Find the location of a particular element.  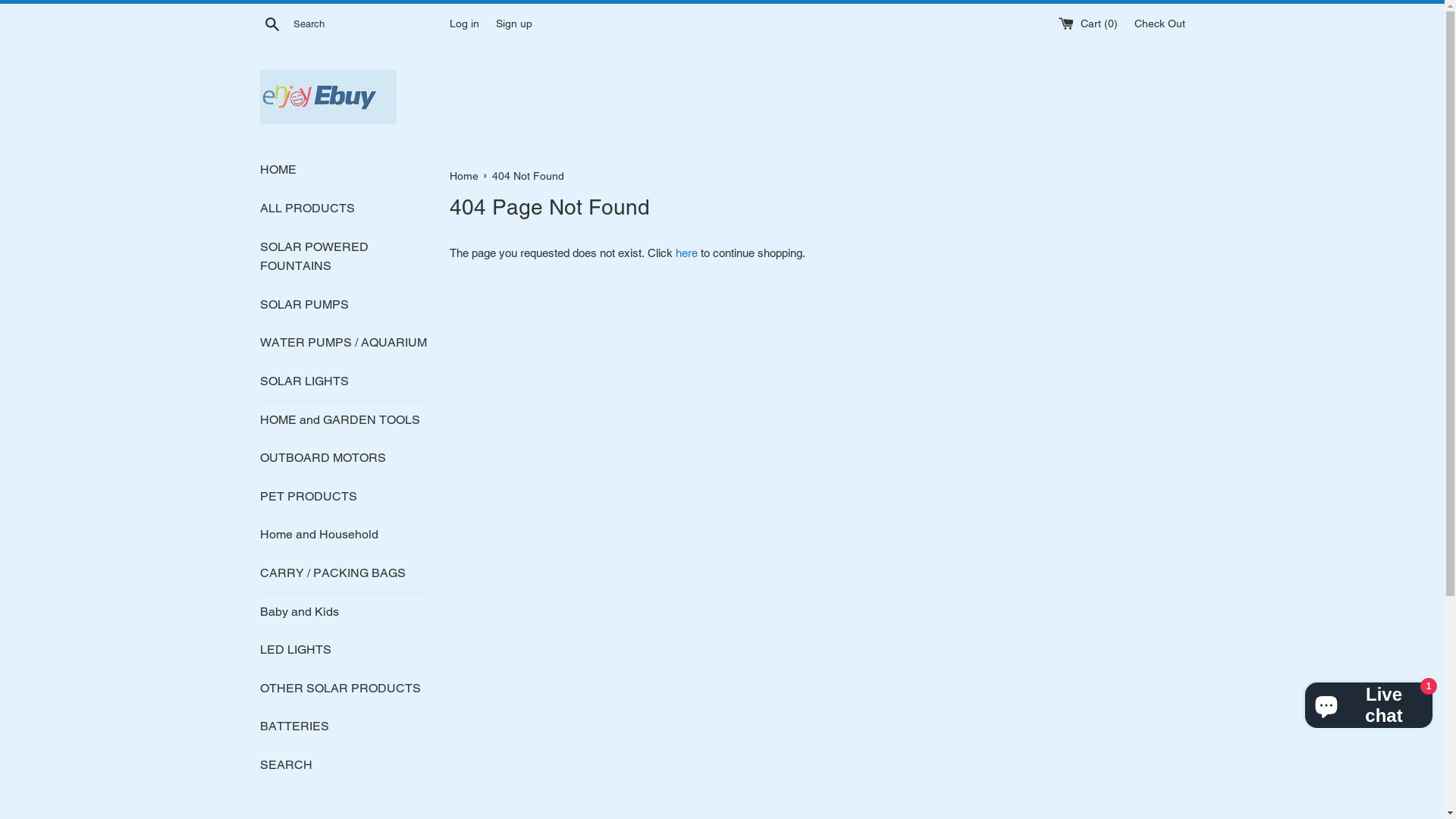

'BATTERIES' is located at coordinates (341, 725).